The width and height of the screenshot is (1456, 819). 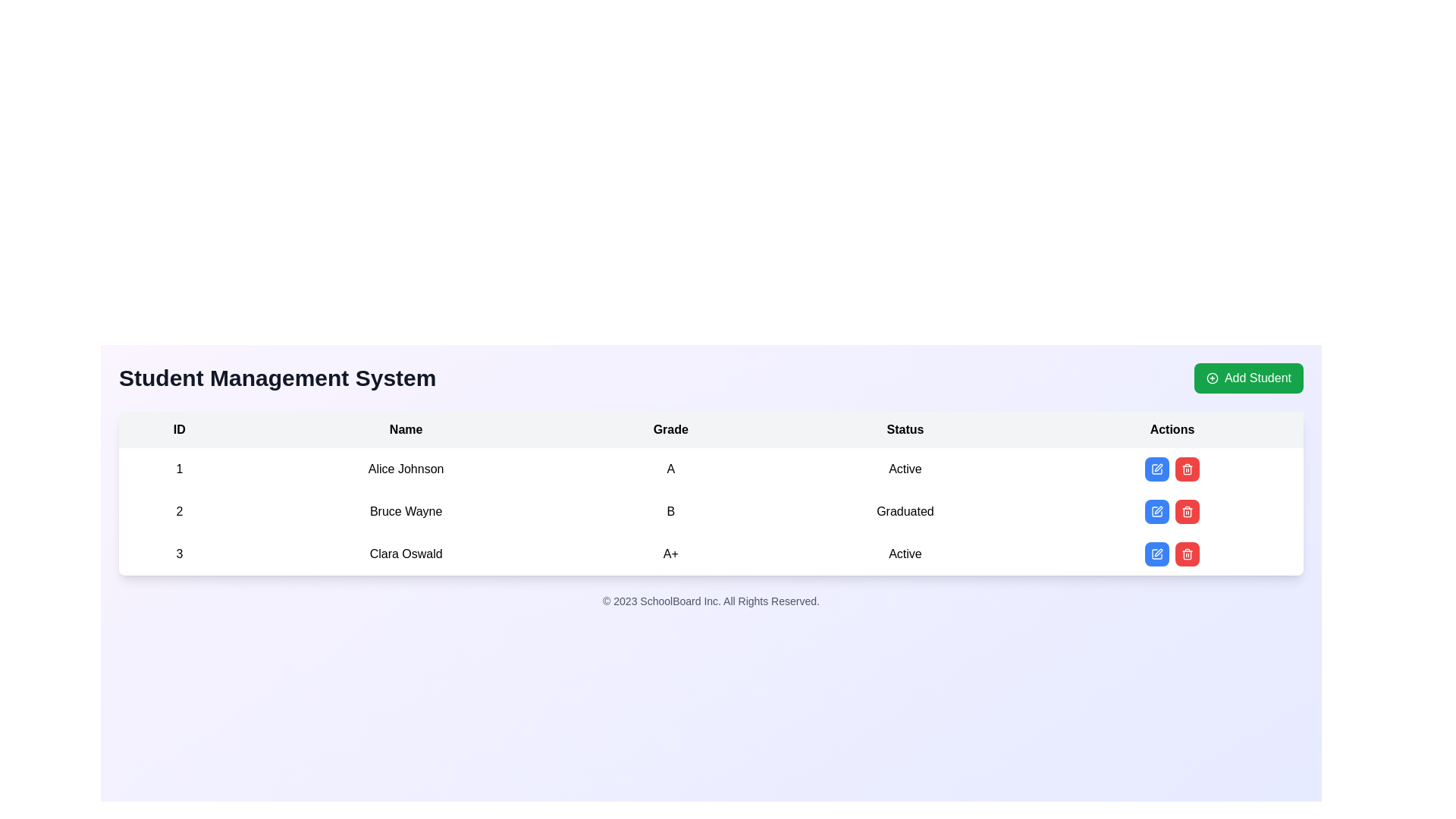 What do you see at coordinates (670, 554) in the screenshot?
I see `the 'Grade' text of Clara Oswald, located in the third row of the table displaying grades` at bounding box center [670, 554].